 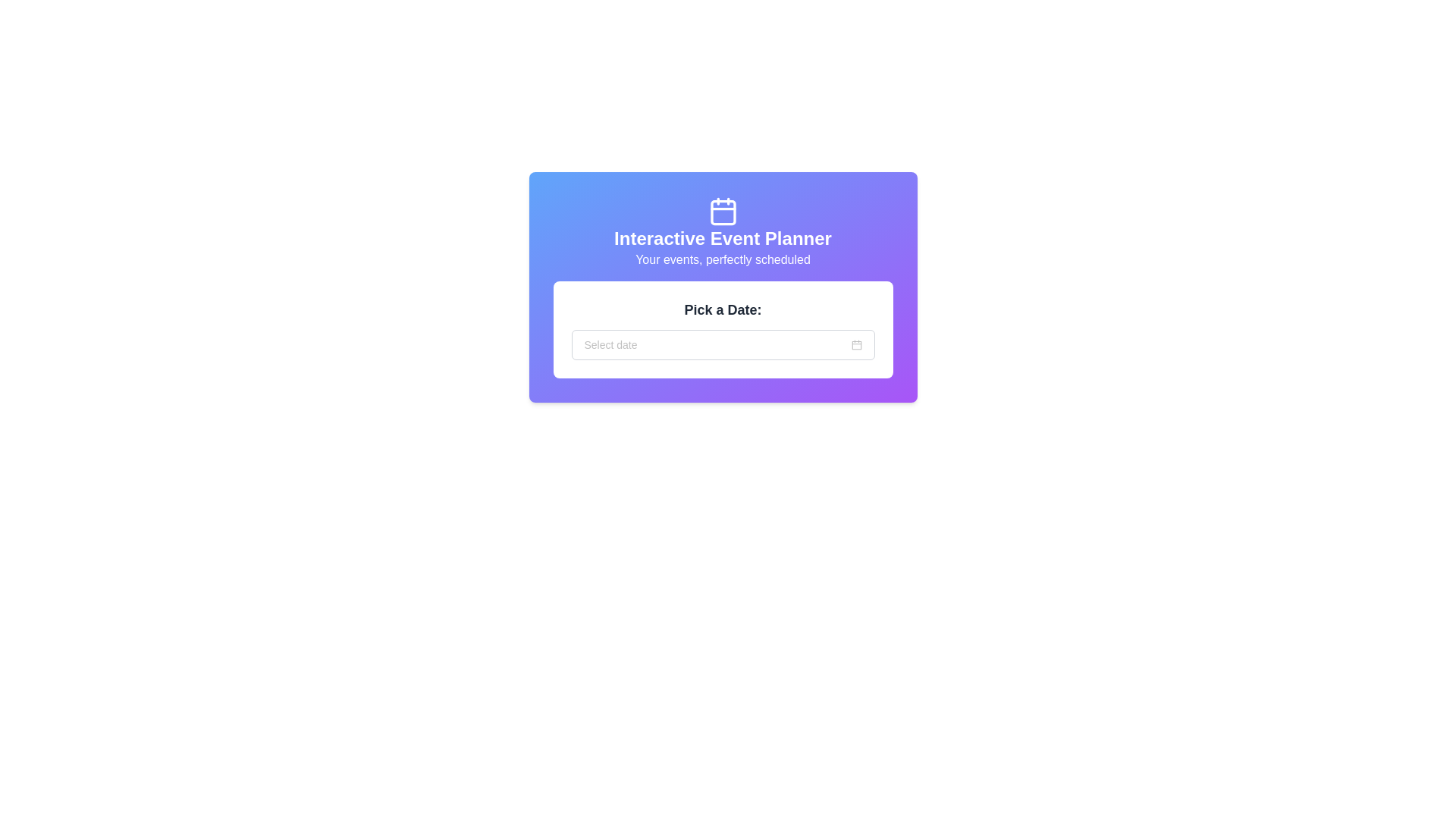 I want to click on the blue rounded rectangle within the calendar icon located at the top of the page, above the text 'Interactive Event Planner', so click(x=722, y=212).